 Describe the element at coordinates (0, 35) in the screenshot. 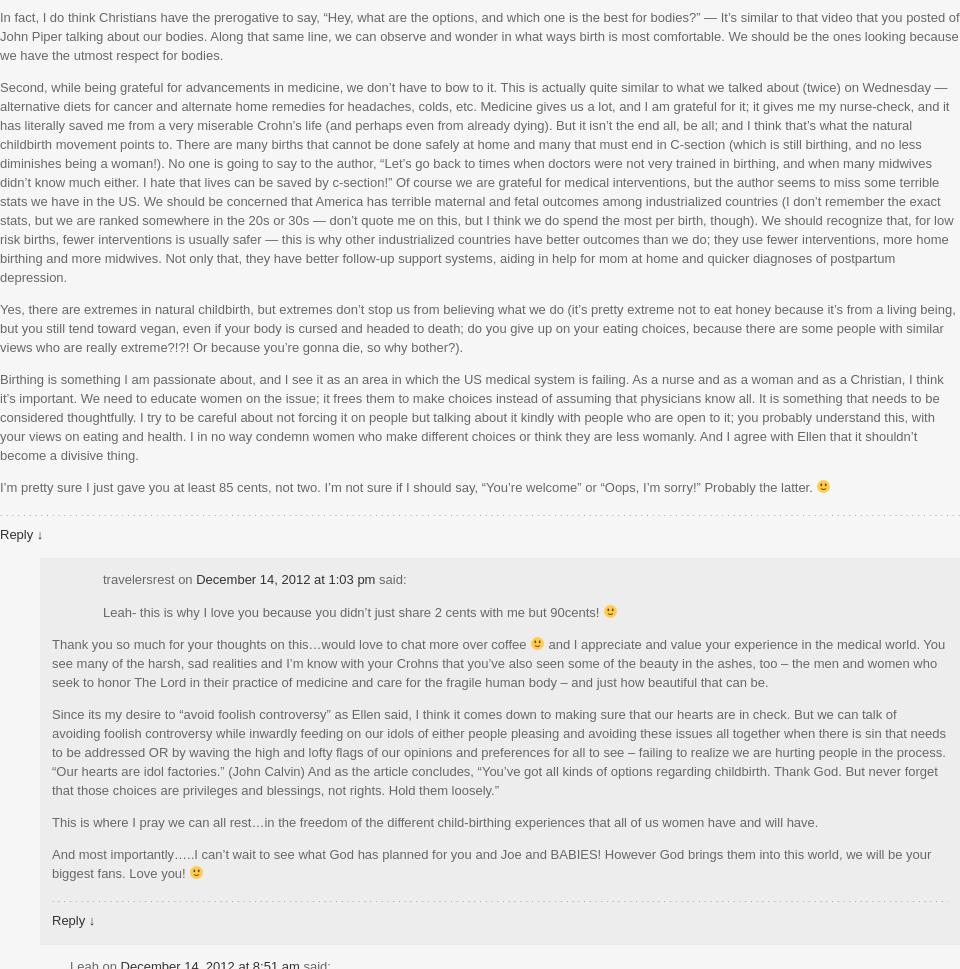

I see `'In fact, I do think Christians have the prerogative to say, “Hey, what are the options, and which one is the best for bodies?” — It’s similar to that video that you posted of John Piper talking about our bodies. Along that same line, we can observe and wonder in what ways birth is most comfortable. We should be the ones looking because we have the utmost respect for bodies.'` at that location.